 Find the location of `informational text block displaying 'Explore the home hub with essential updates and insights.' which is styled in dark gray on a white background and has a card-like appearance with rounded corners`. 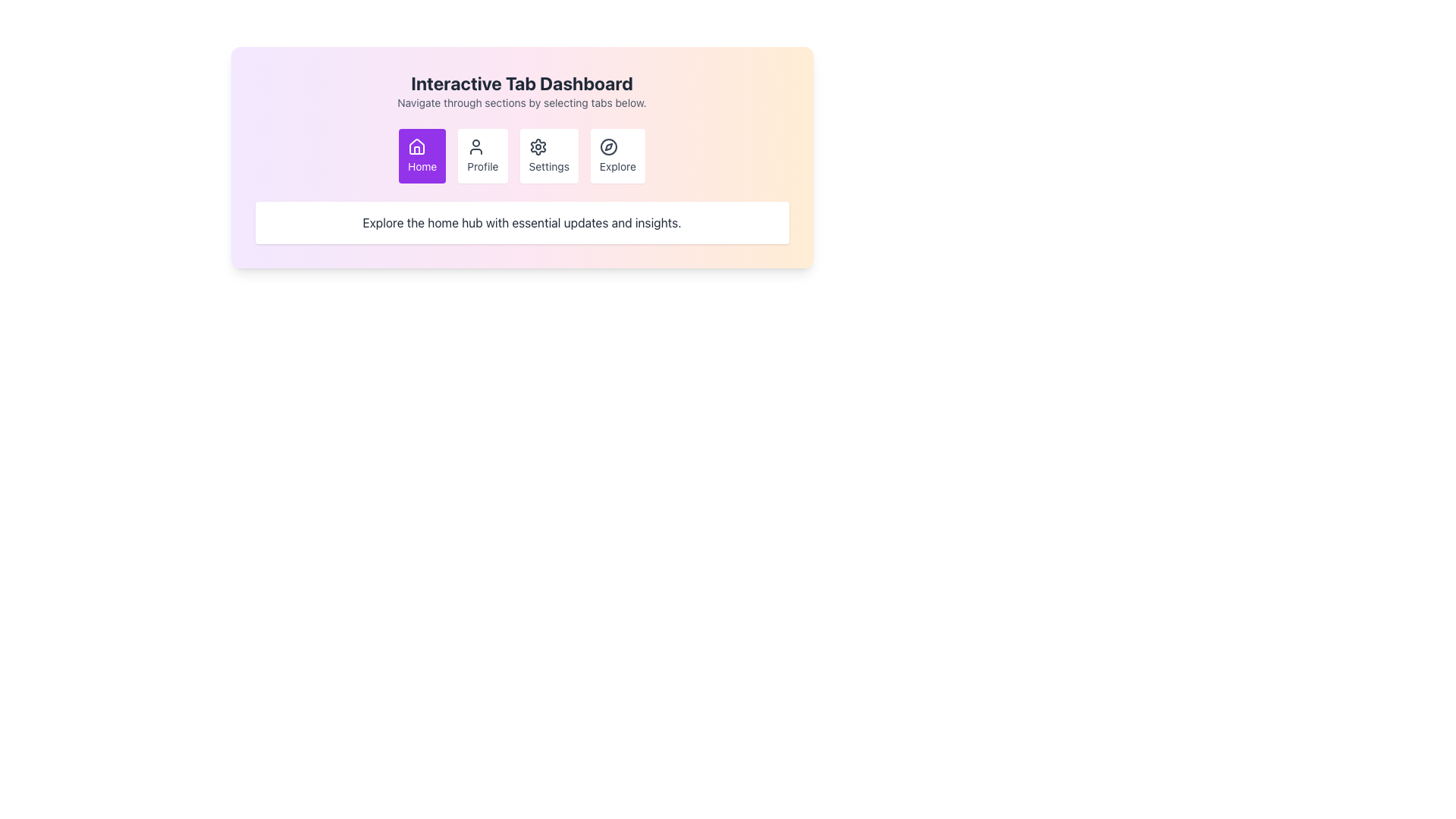

informational text block displaying 'Explore the home hub with essential updates and insights.' which is styled in dark gray on a white background and has a card-like appearance with rounded corners is located at coordinates (522, 222).